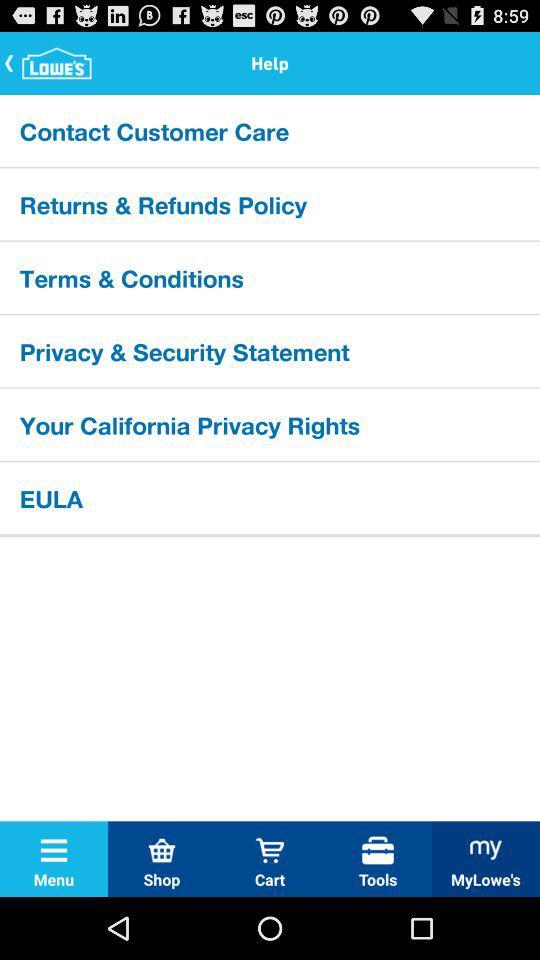 This screenshot has height=960, width=540. Describe the element at coordinates (270, 129) in the screenshot. I see `contact customer care icon` at that location.